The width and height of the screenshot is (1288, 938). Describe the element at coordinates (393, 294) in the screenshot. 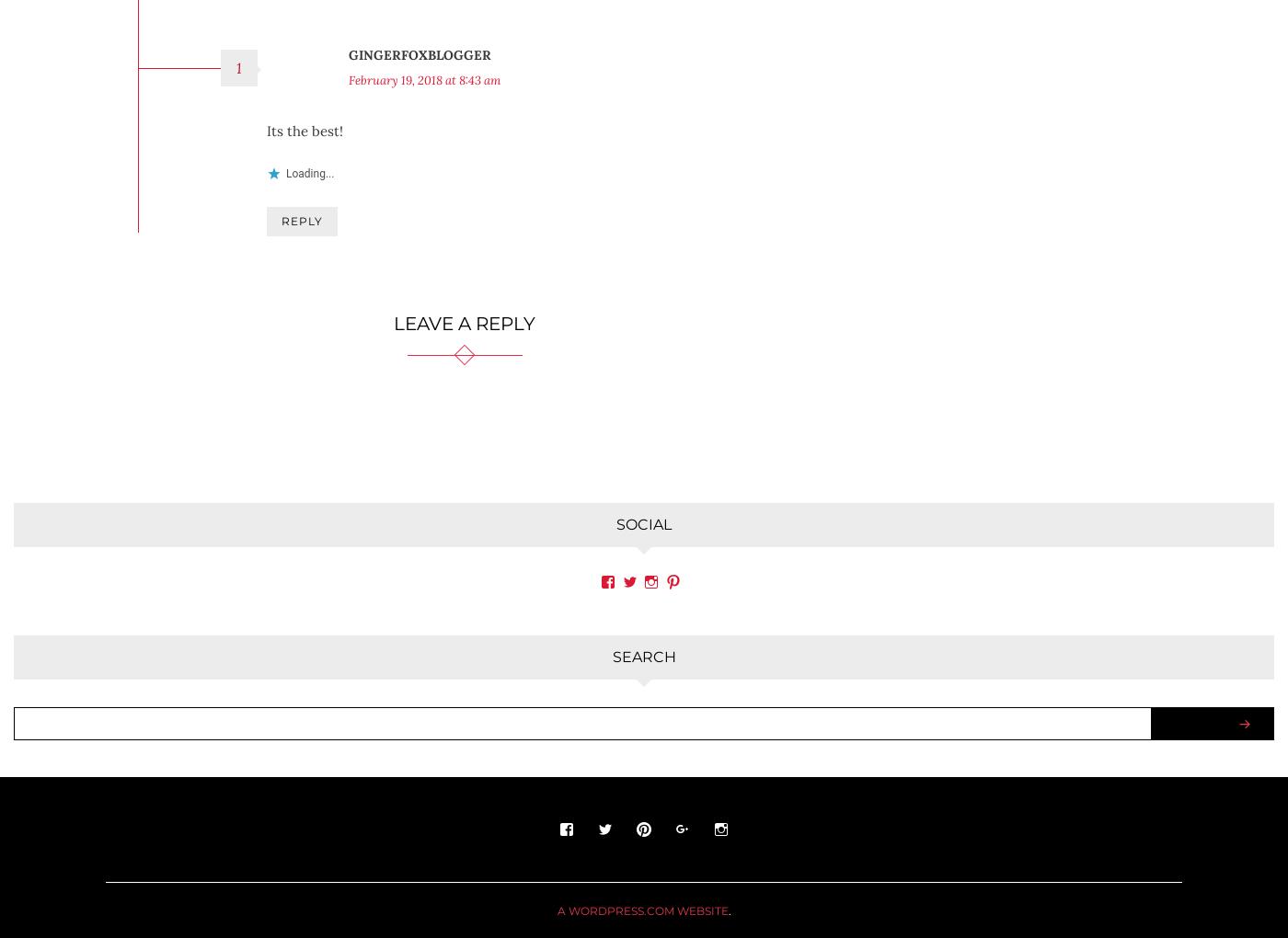

I see `'Leave a Reply'` at that location.